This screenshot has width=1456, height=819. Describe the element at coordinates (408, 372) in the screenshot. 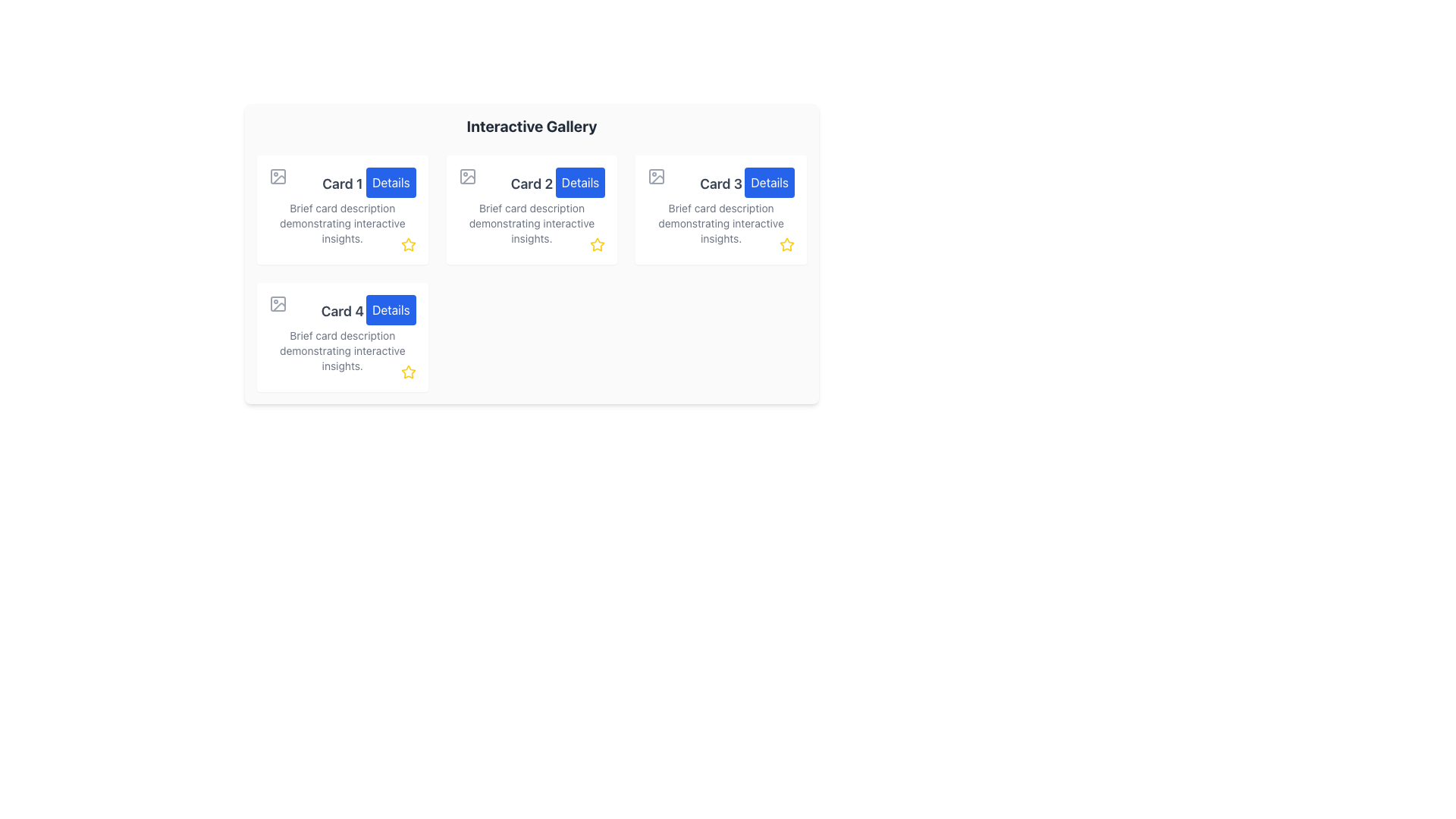

I see `the yellow star-shaped icon located at the bottom-right corner of the 'Card 4' in the Interactive Gallery, which serves as a rating or favorite indicator` at that location.